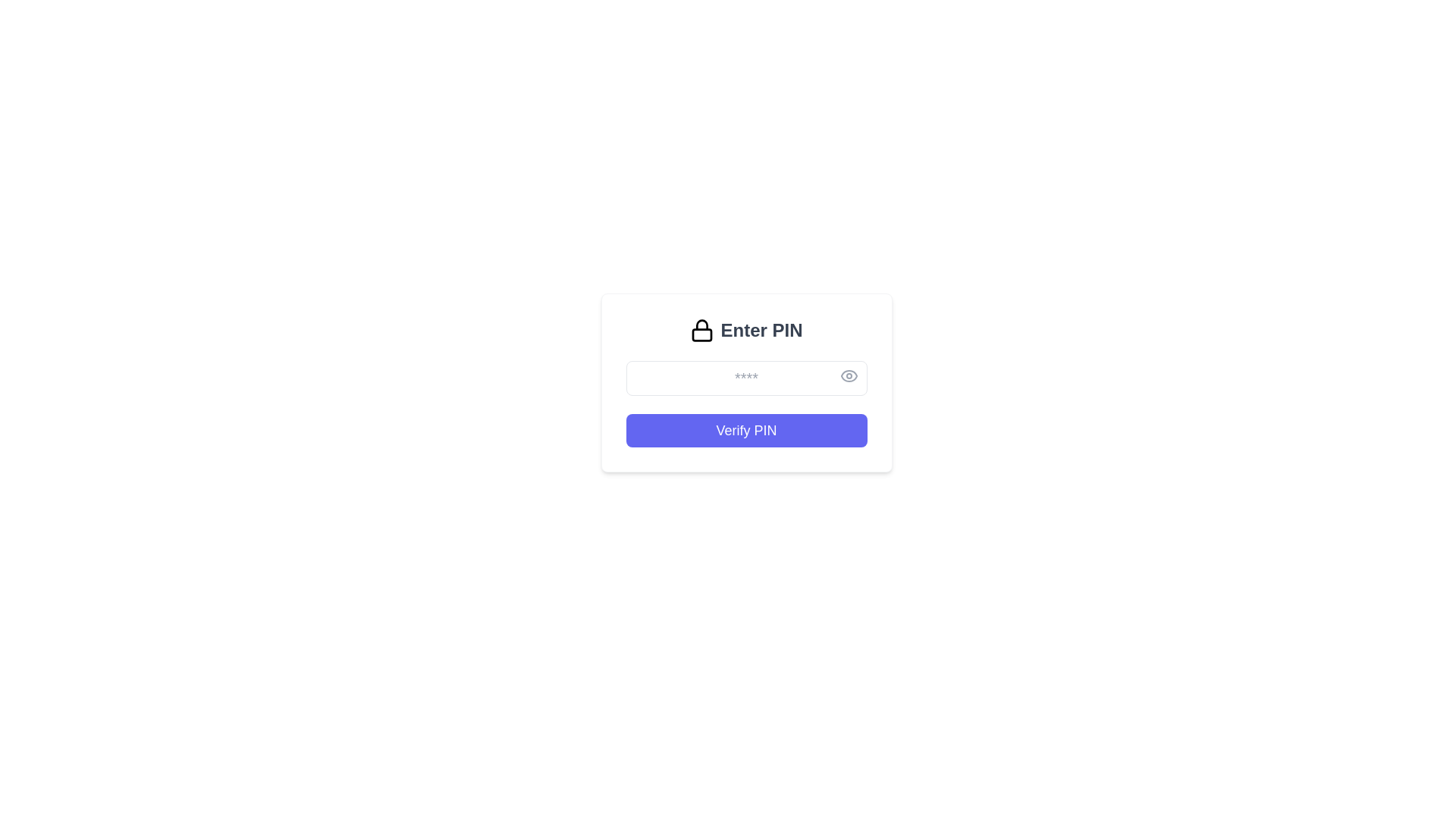 This screenshot has height=819, width=1456. What do you see at coordinates (761, 329) in the screenshot?
I see `the bold 'Enter PIN' text label, which is styled with a large dark gray font and is located to the right of a lock icon in the upper portion of the PIN entry form` at bounding box center [761, 329].